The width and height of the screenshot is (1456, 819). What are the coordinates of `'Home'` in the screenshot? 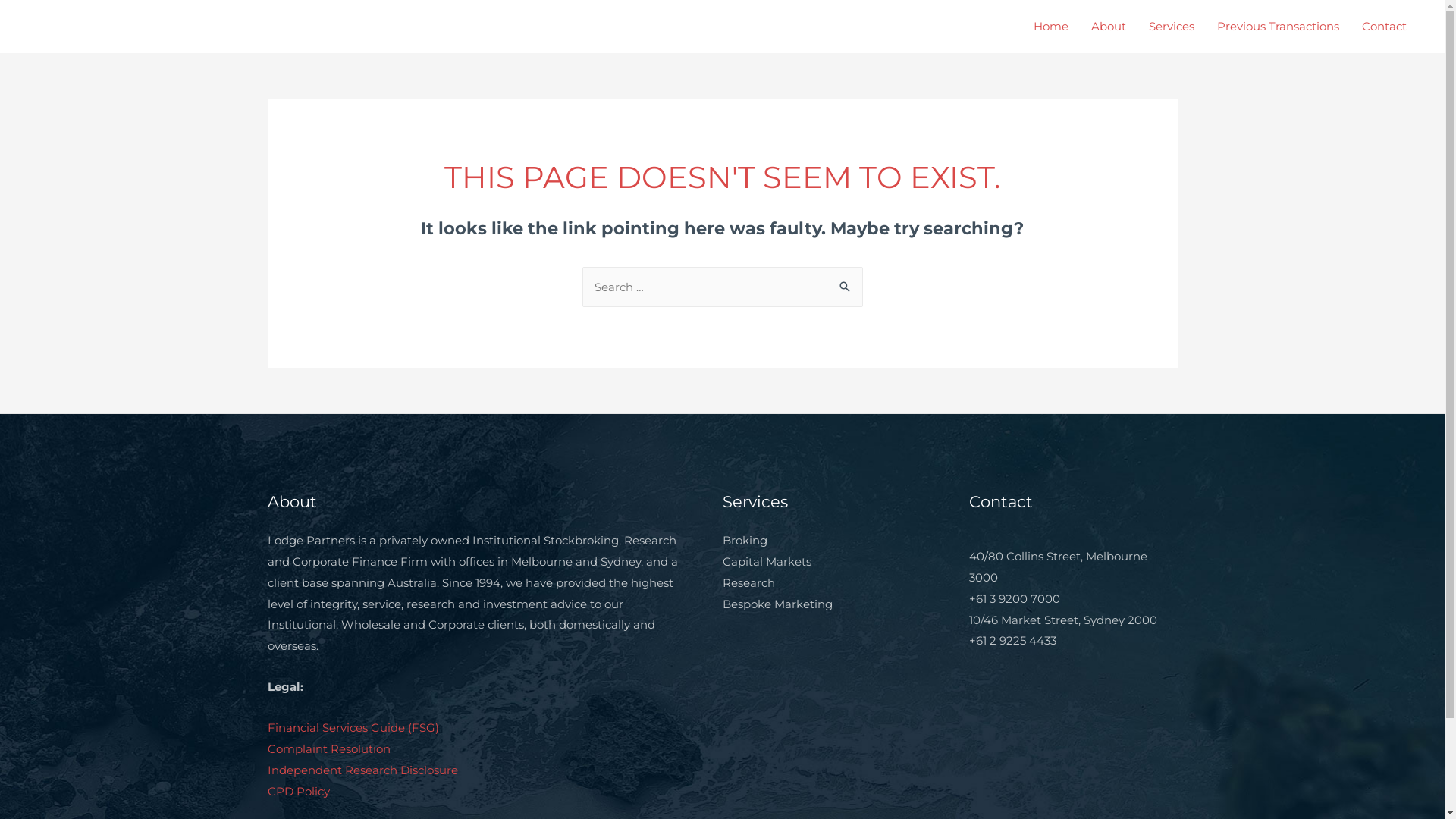 It's located at (1050, 26).